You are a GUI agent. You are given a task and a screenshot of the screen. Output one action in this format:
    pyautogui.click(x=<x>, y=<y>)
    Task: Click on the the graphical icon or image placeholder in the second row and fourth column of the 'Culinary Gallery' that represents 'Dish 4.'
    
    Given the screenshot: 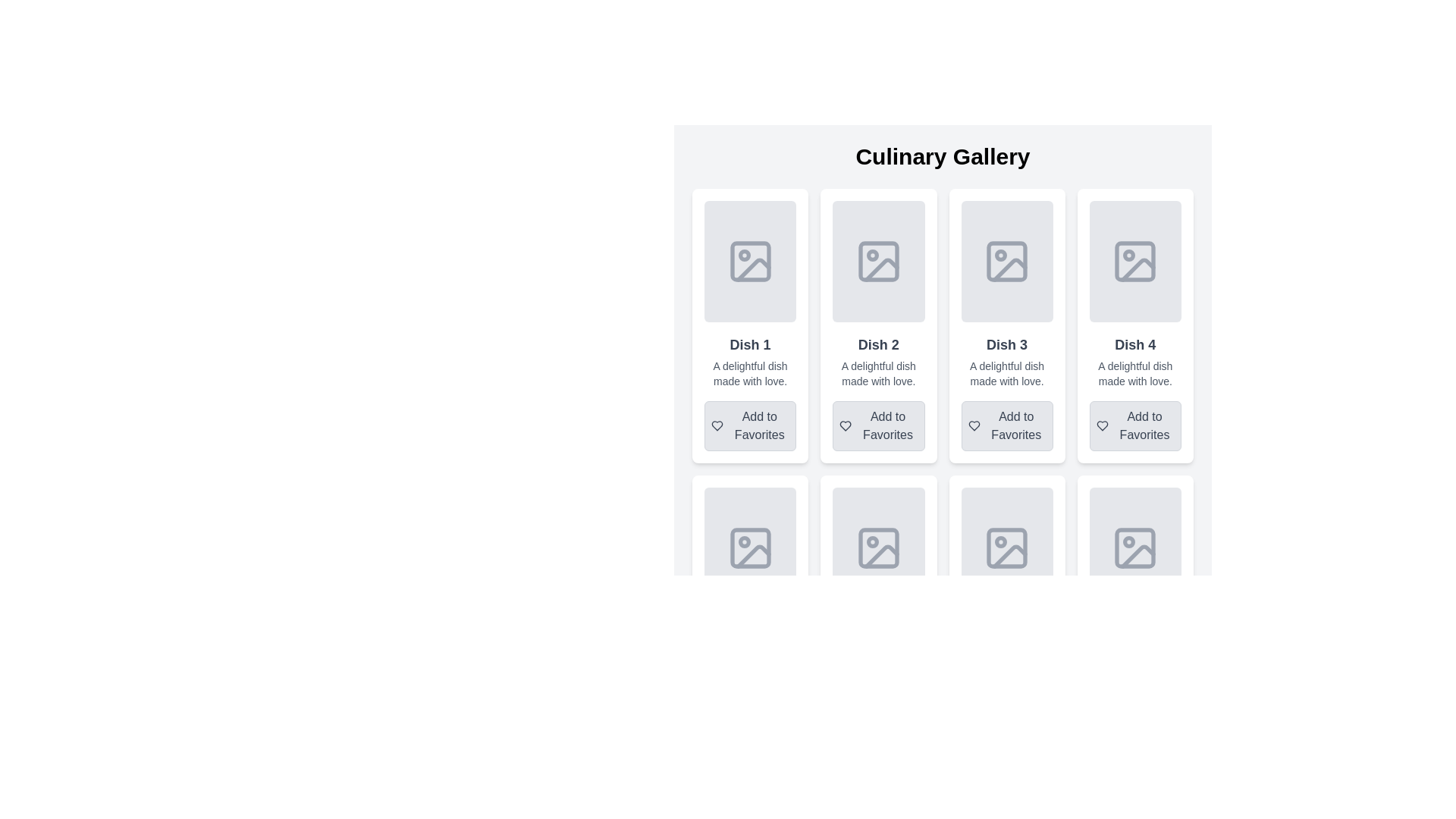 What is the action you would take?
    pyautogui.click(x=1007, y=548)
    